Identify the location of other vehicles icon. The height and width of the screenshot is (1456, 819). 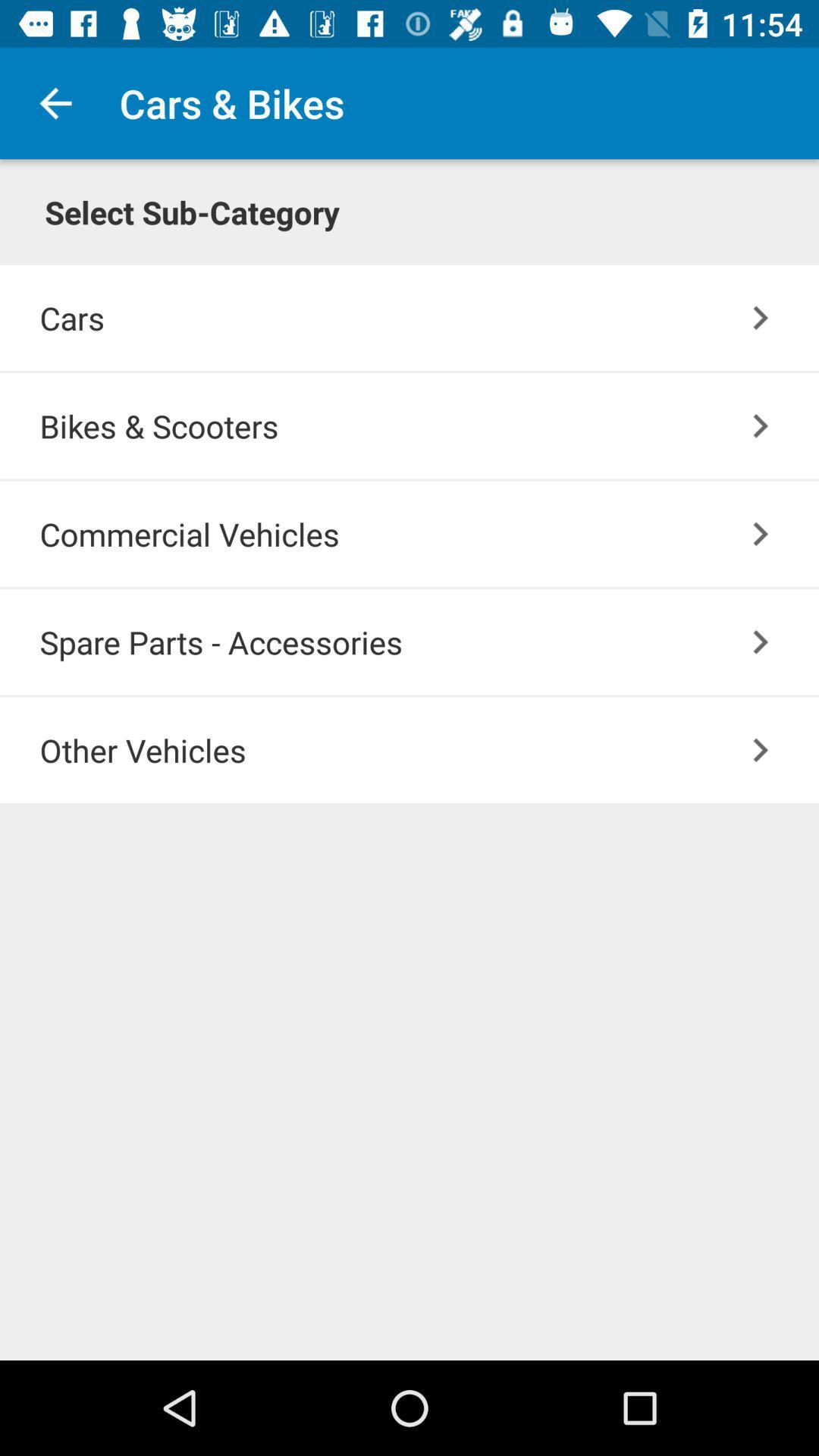
(429, 750).